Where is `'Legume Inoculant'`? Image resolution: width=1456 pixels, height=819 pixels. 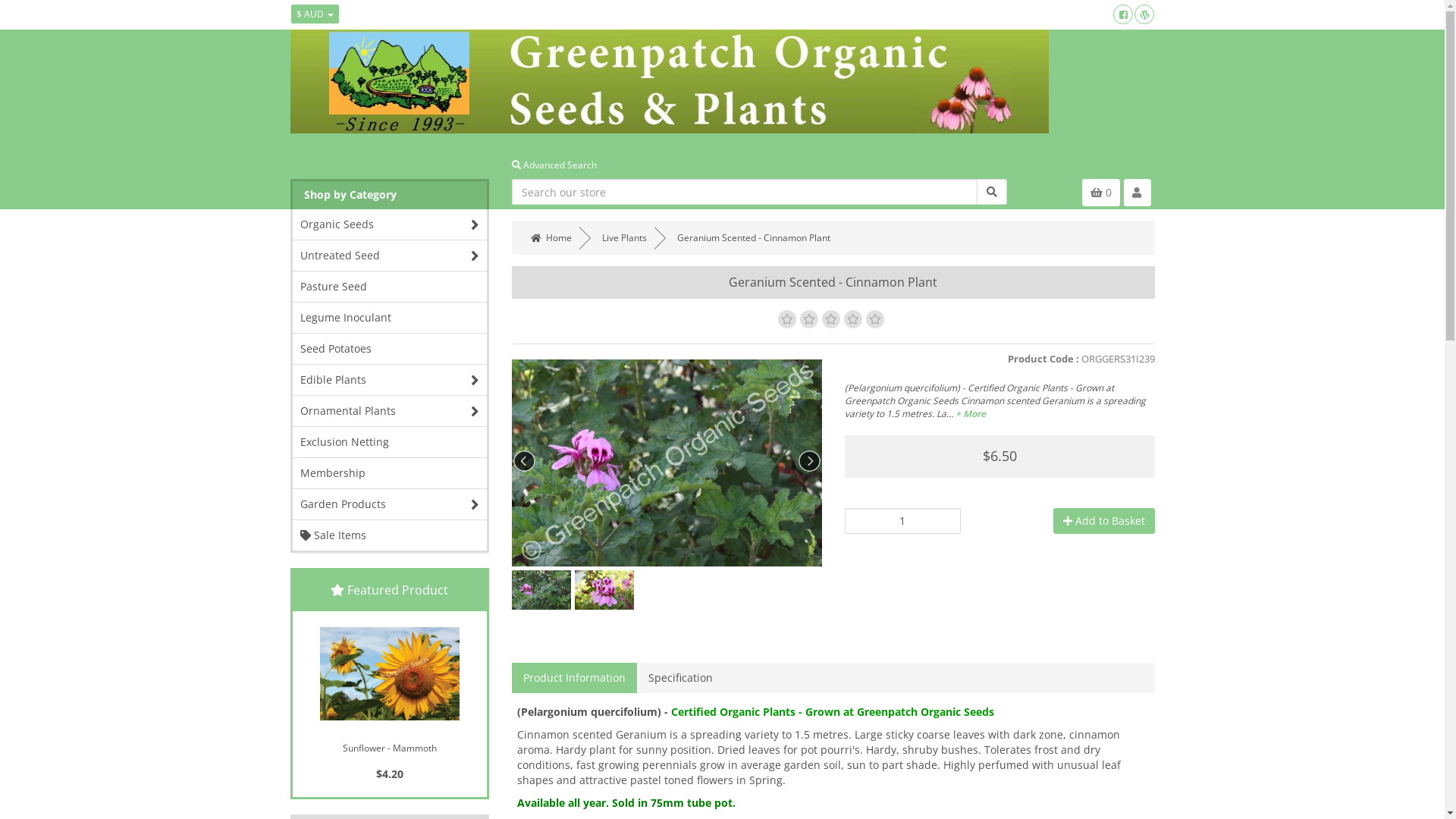 'Legume Inoculant' is located at coordinates (390, 317).